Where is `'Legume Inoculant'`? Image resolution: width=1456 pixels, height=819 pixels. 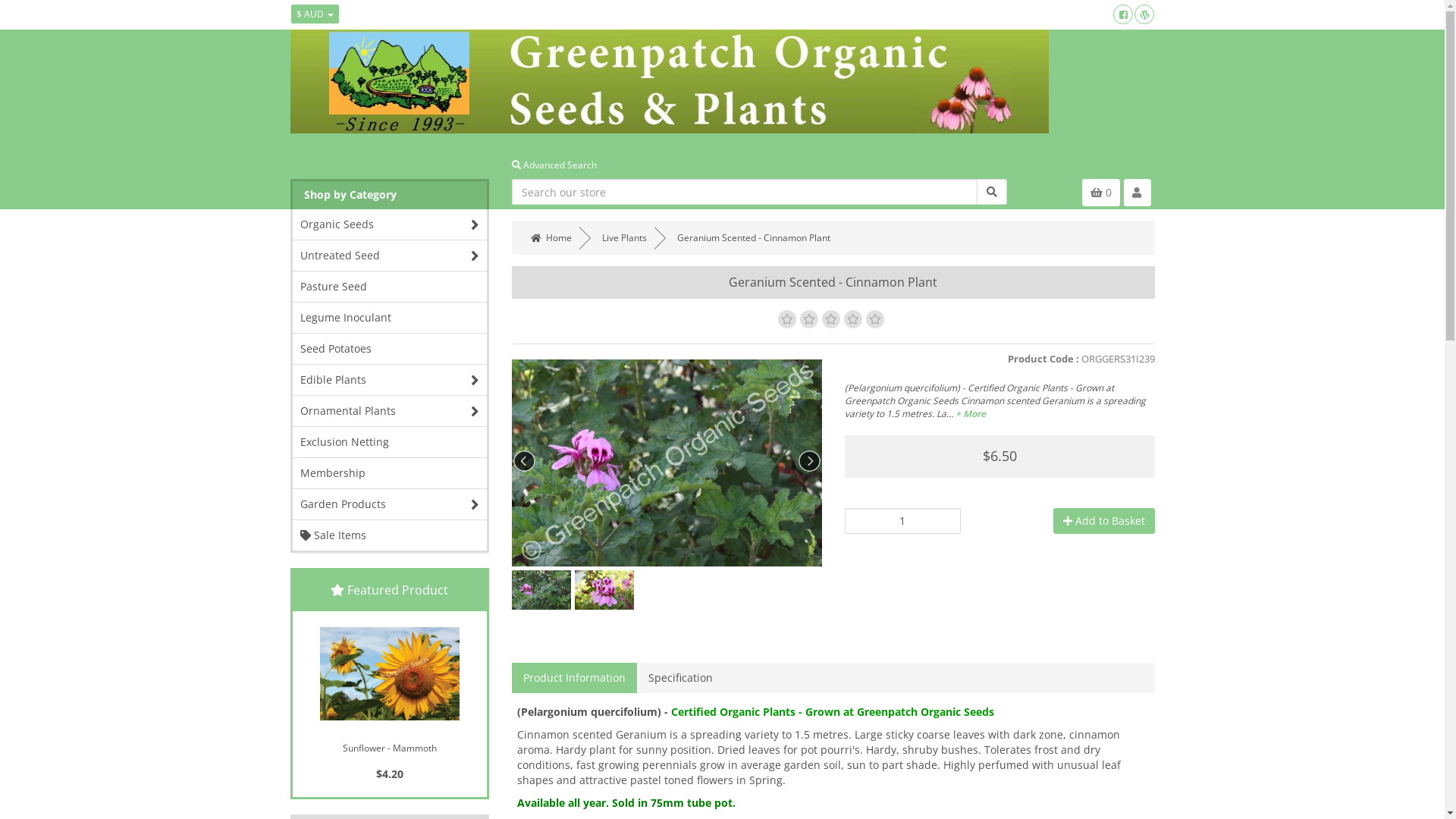 'Legume Inoculant' is located at coordinates (390, 317).